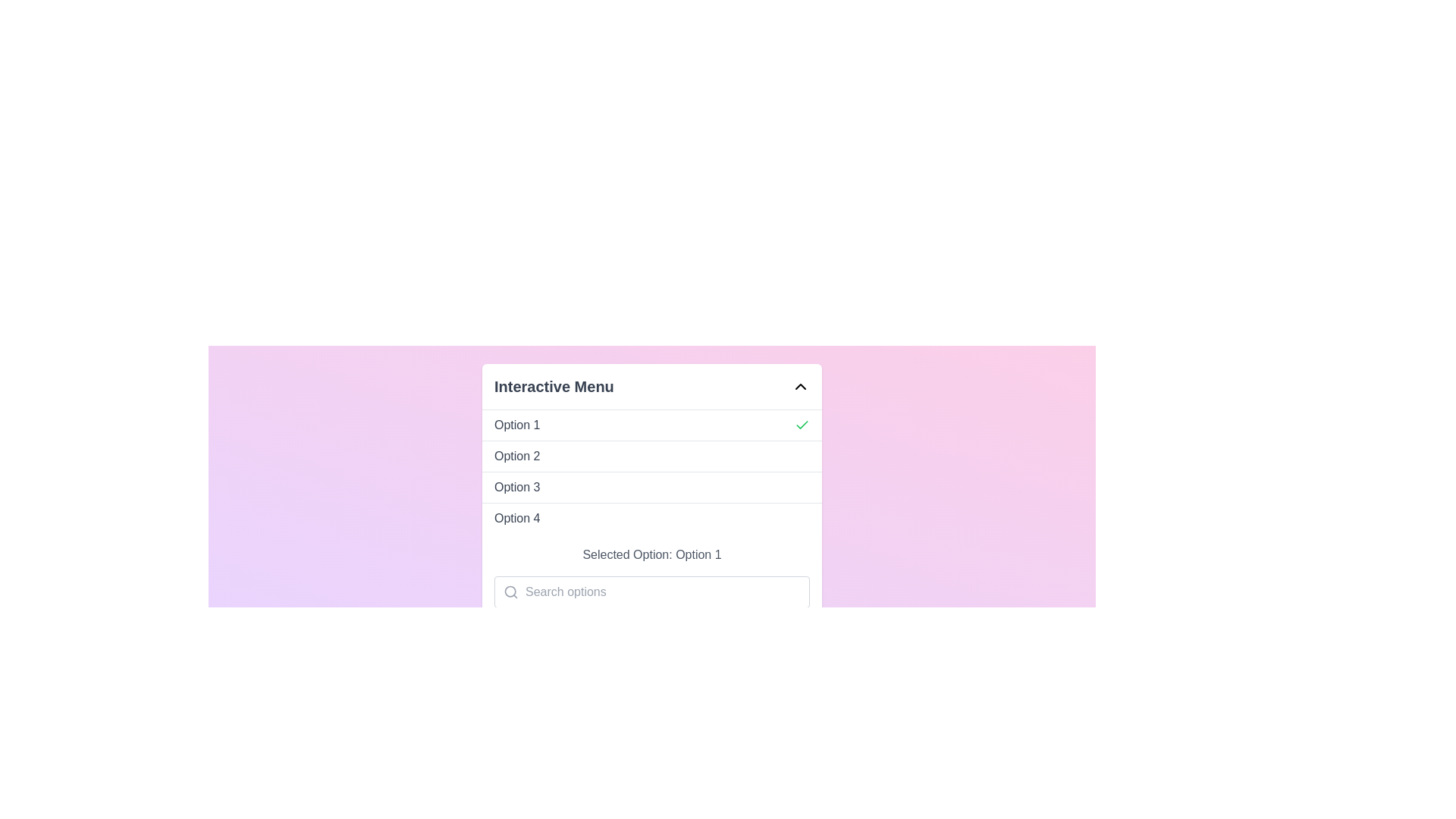 The image size is (1456, 819). What do you see at coordinates (510, 591) in the screenshot?
I see `the search icon located in the left corner of the search bar component to initiate the search` at bounding box center [510, 591].